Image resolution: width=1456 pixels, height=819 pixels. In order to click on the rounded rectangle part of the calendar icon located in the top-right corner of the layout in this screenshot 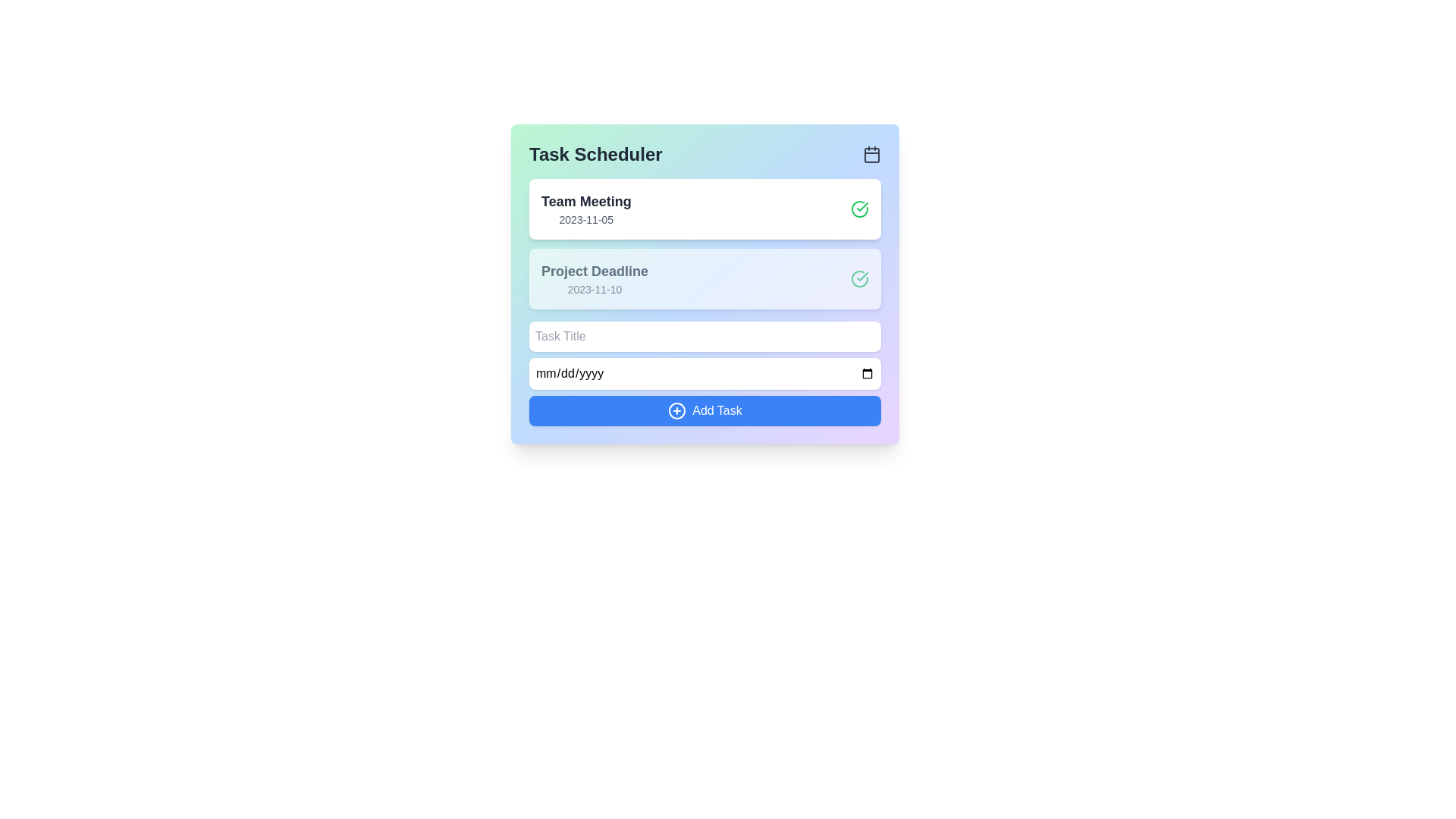, I will do `click(872, 155)`.